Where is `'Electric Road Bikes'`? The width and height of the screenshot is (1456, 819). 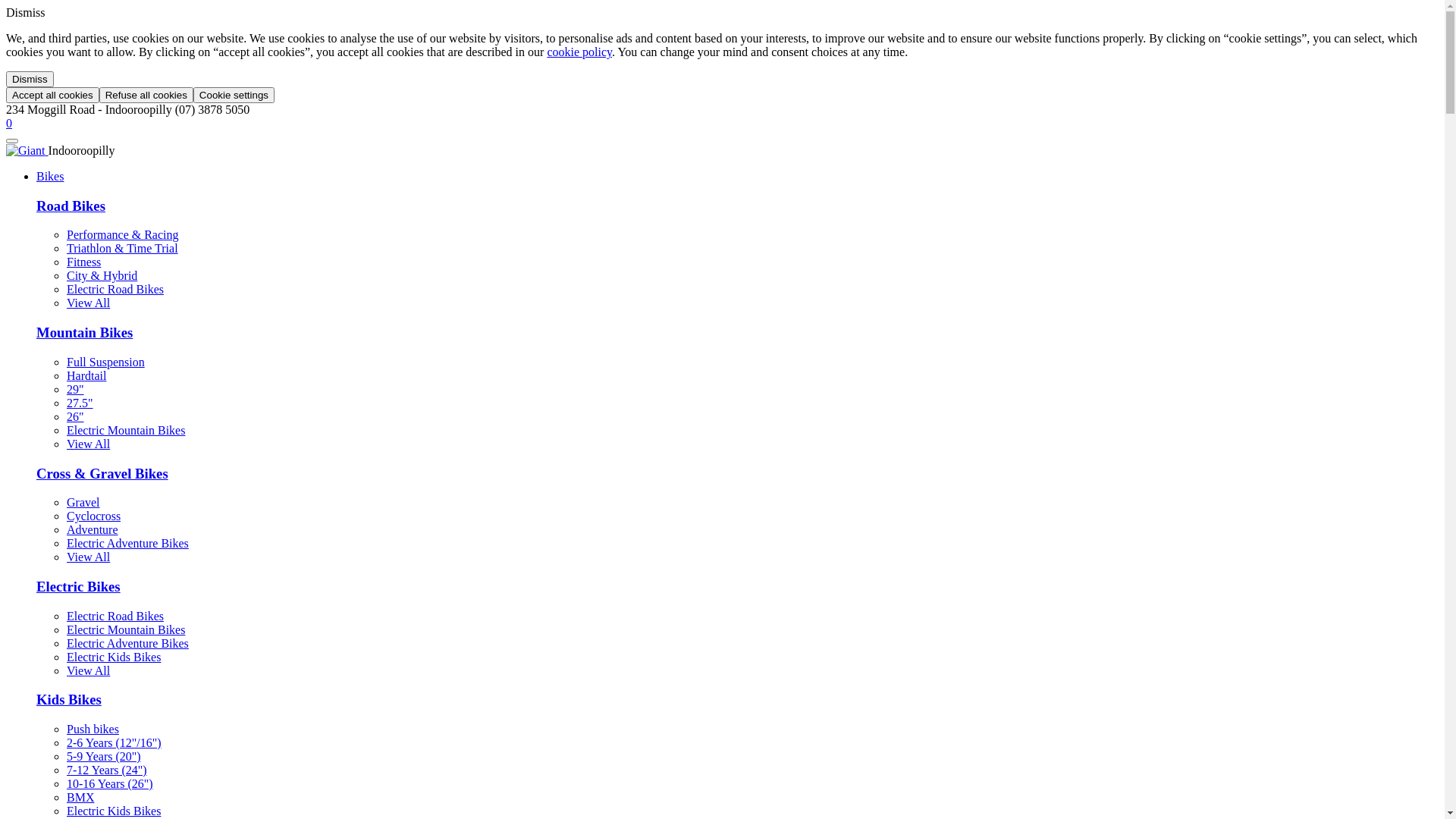
'Electric Road Bikes' is located at coordinates (115, 616).